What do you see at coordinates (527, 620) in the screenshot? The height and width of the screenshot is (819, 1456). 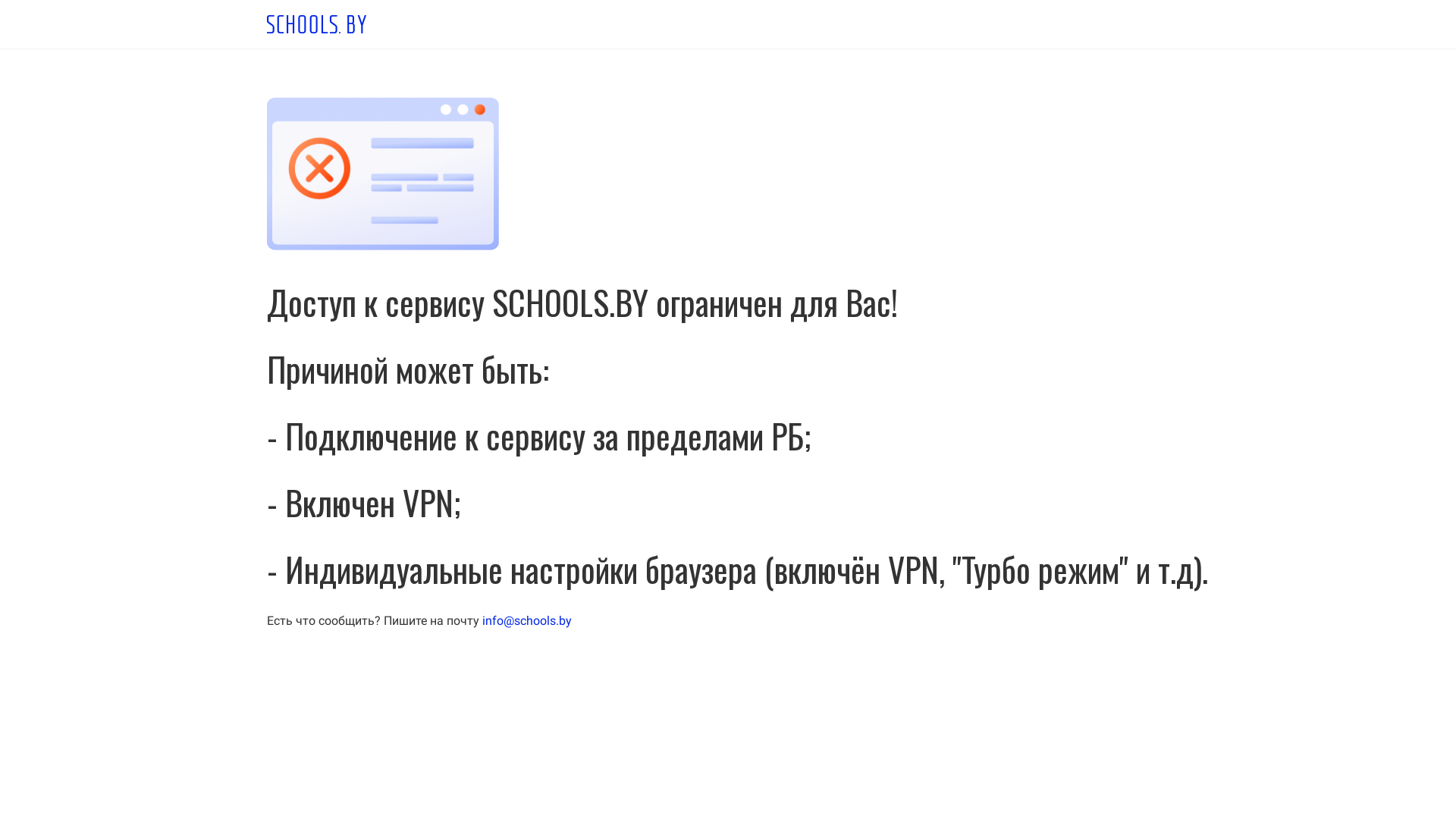 I see `'info@schools.by'` at bounding box center [527, 620].